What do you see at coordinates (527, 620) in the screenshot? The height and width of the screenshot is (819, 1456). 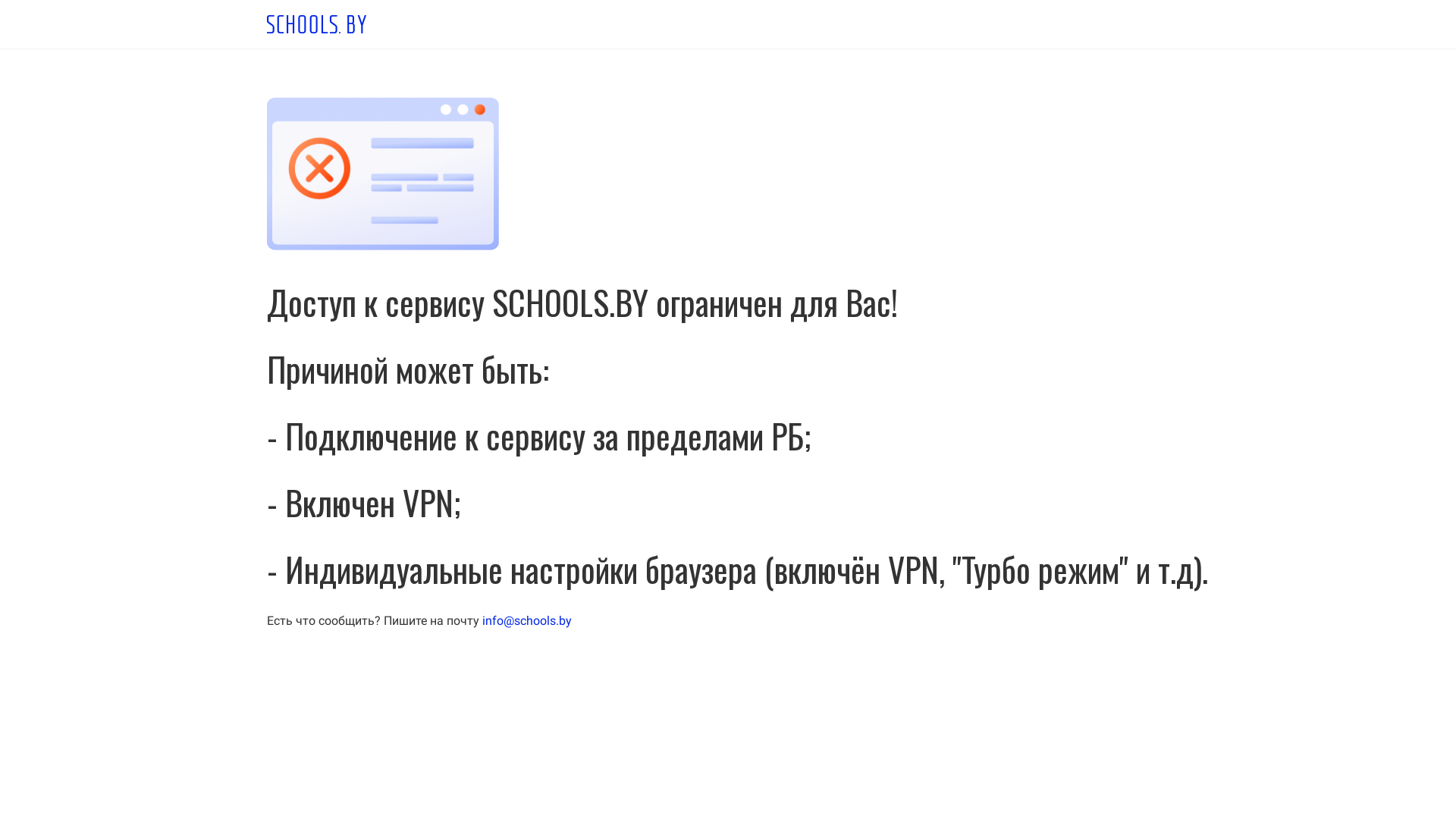 I see `'info@schools.by'` at bounding box center [527, 620].